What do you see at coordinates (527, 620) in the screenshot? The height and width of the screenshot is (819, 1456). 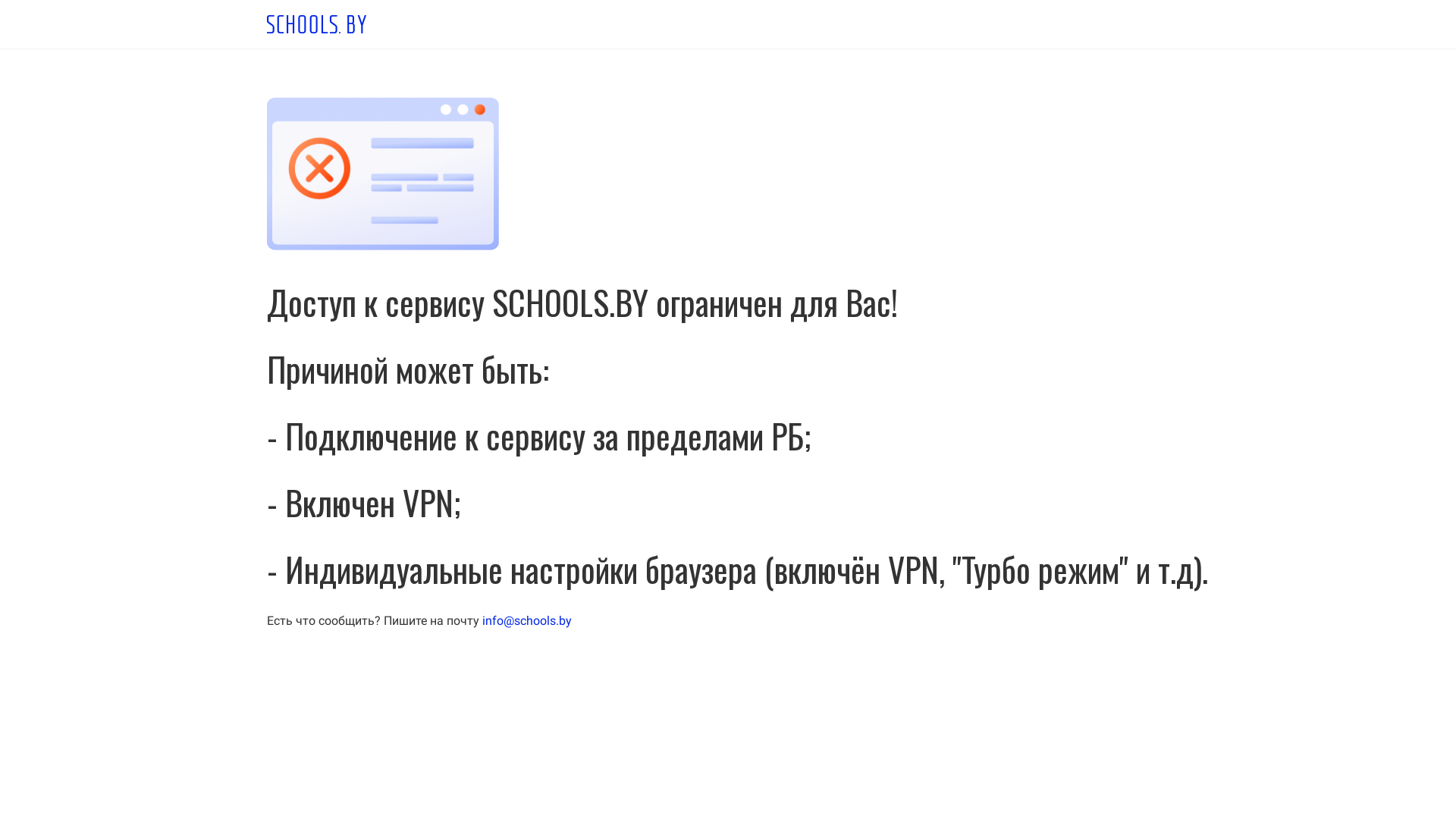 I see `'info@schools.by'` at bounding box center [527, 620].